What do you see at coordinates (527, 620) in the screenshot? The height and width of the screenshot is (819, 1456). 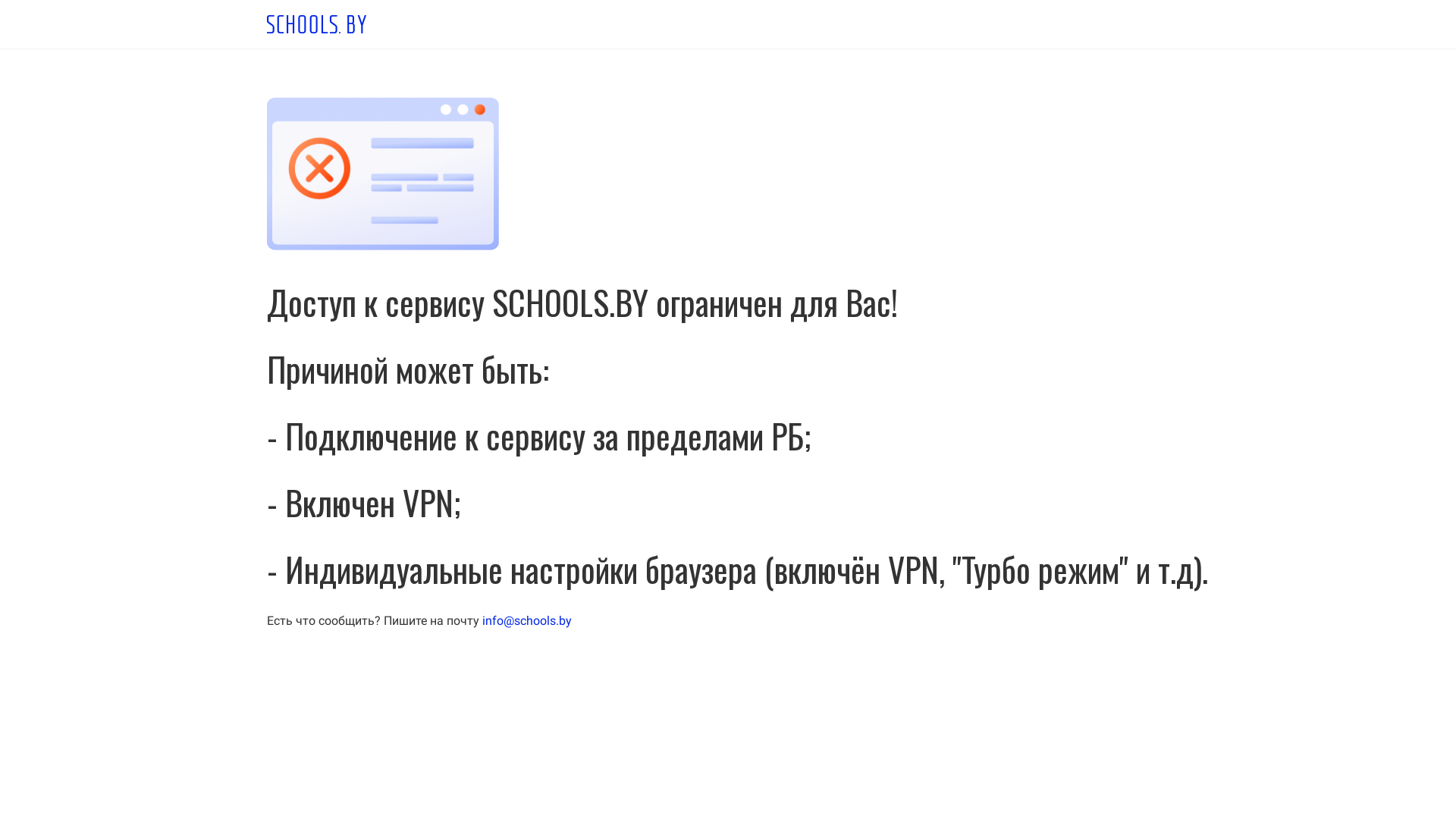 I see `'info@schools.by'` at bounding box center [527, 620].